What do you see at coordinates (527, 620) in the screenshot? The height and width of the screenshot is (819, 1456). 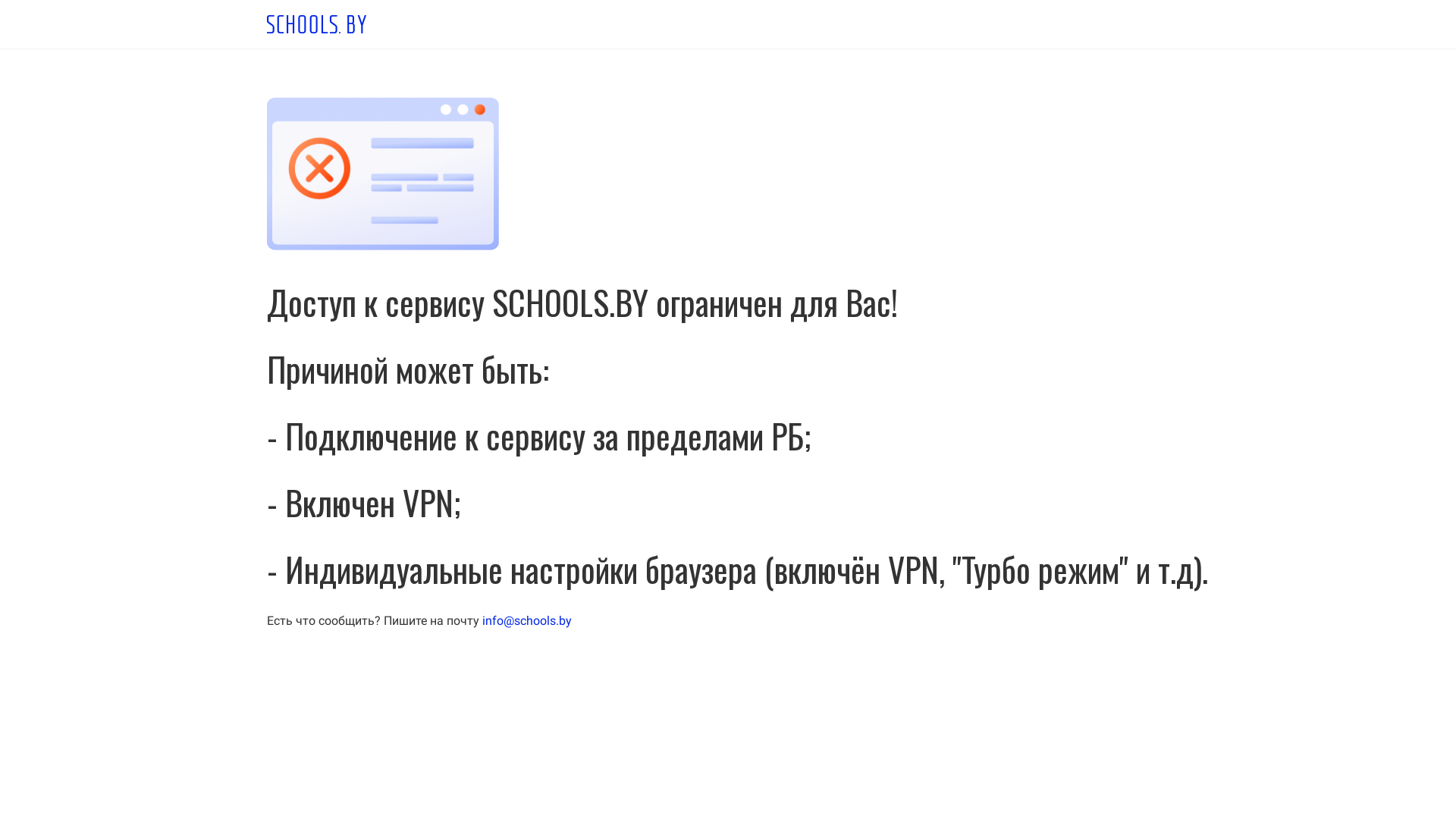 I see `'info@schools.by'` at bounding box center [527, 620].